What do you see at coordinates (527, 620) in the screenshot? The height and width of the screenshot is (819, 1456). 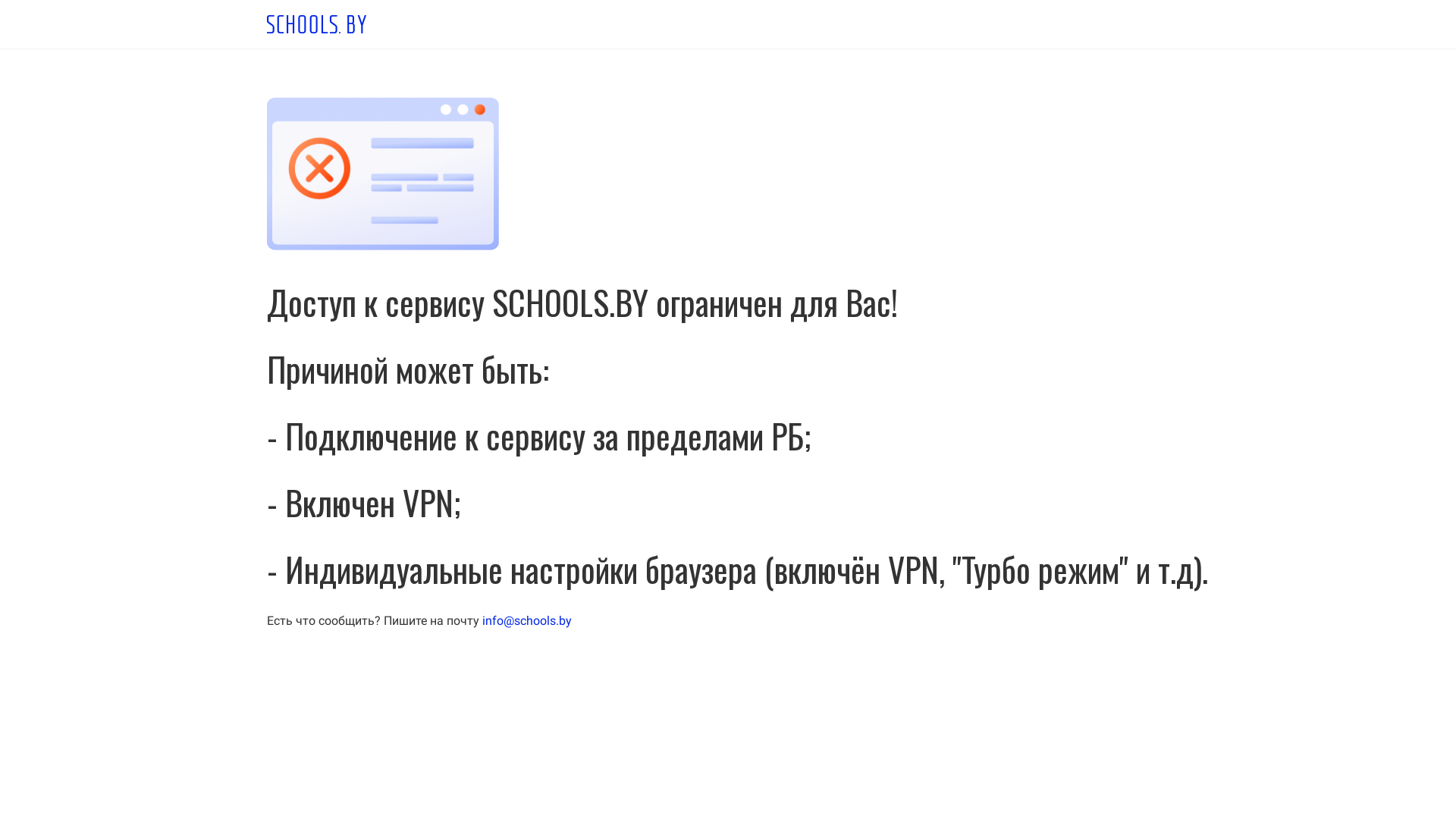 I see `'info@schools.by'` at bounding box center [527, 620].